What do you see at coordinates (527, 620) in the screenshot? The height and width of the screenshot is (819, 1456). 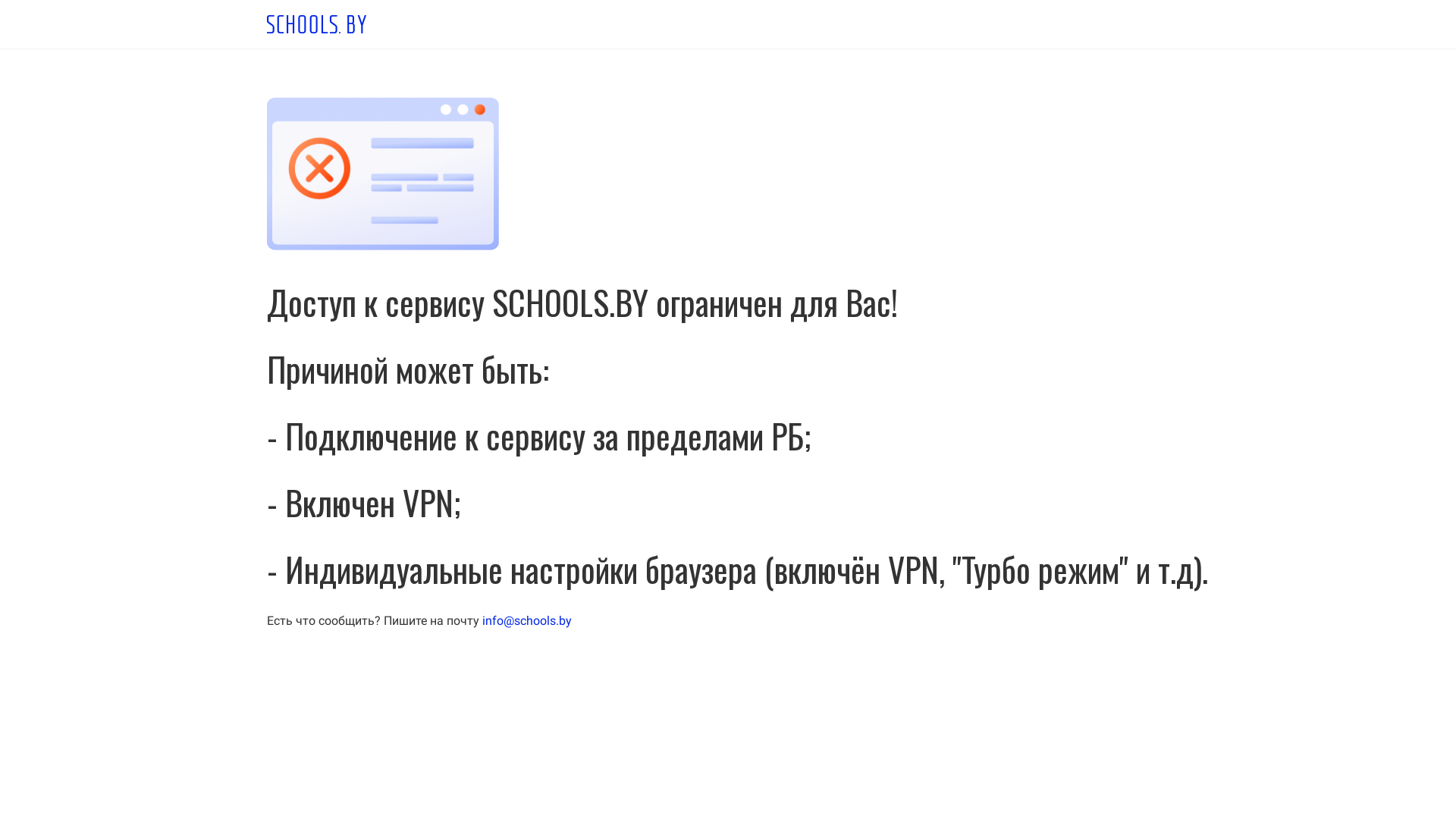 I see `'info@schools.by'` at bounding box center [527, 620].